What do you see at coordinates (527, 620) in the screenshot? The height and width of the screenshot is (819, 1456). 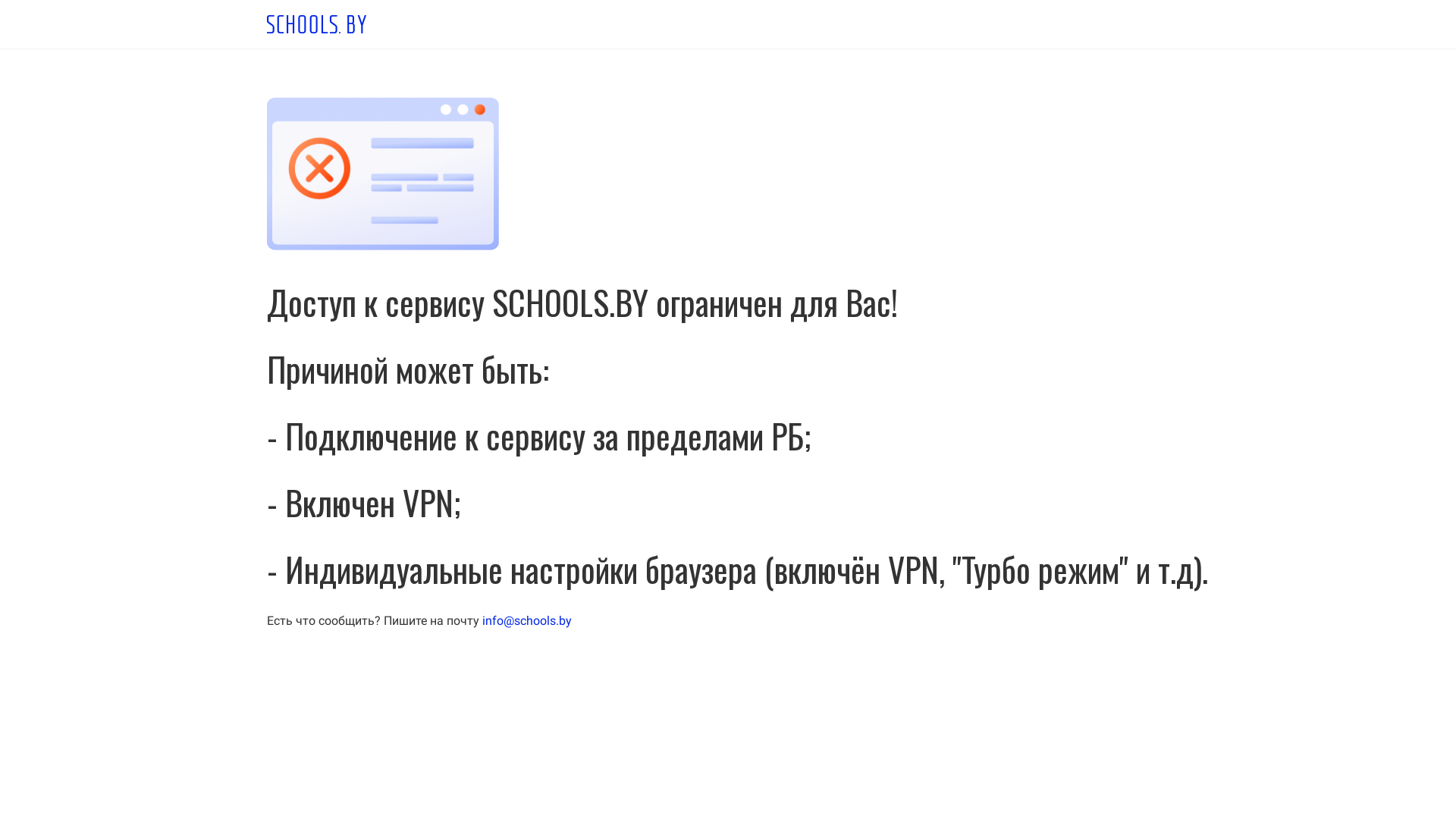 I see `'info@schools.by'` at bounding box center [527, 620].